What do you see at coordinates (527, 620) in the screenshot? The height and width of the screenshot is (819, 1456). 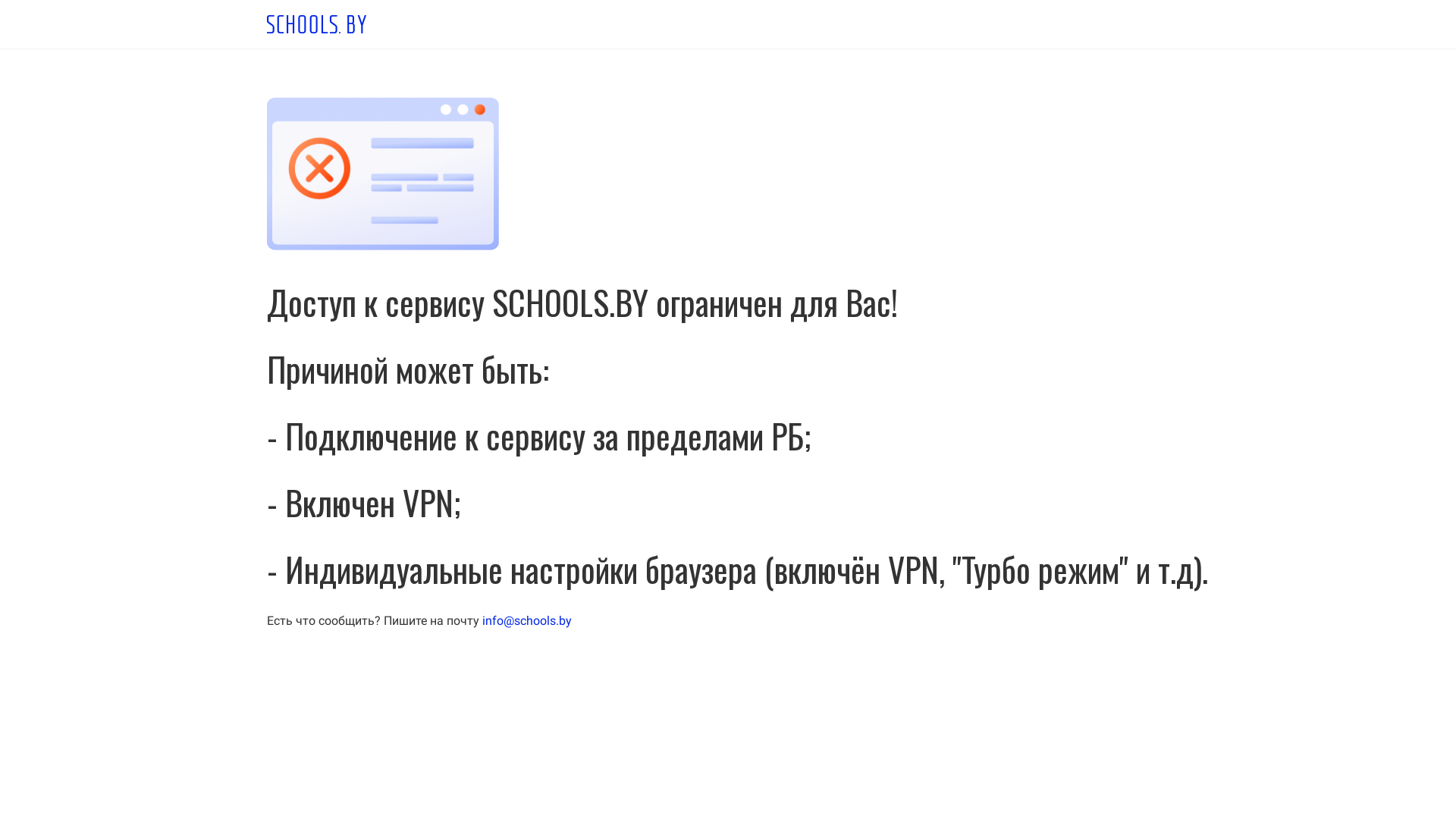 I see `'info@schools.by'` at bounding box center [527, 620].